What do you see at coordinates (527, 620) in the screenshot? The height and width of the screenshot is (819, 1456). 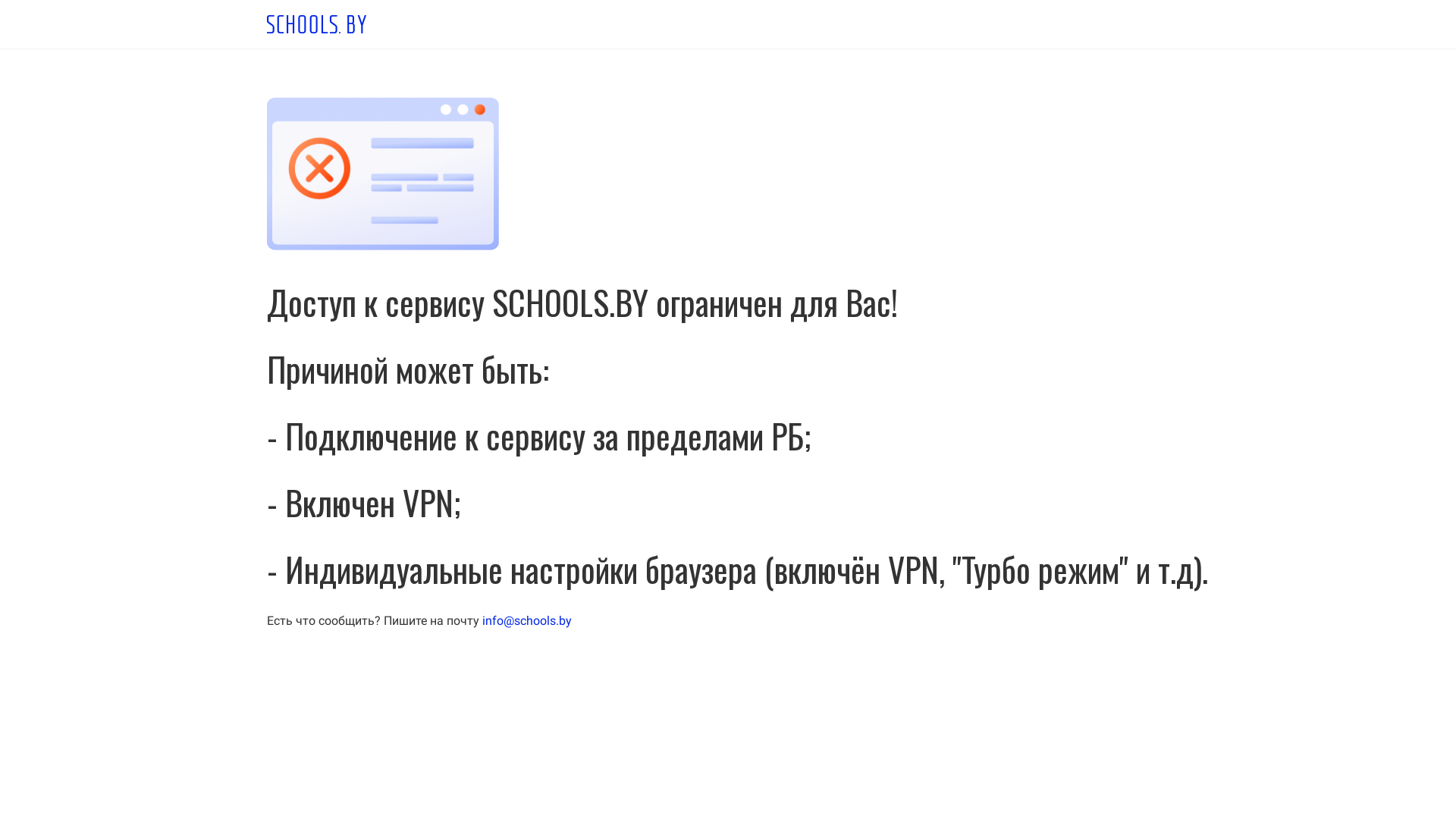 I see `'info@schools.by'` at bounding box center [527, 620].